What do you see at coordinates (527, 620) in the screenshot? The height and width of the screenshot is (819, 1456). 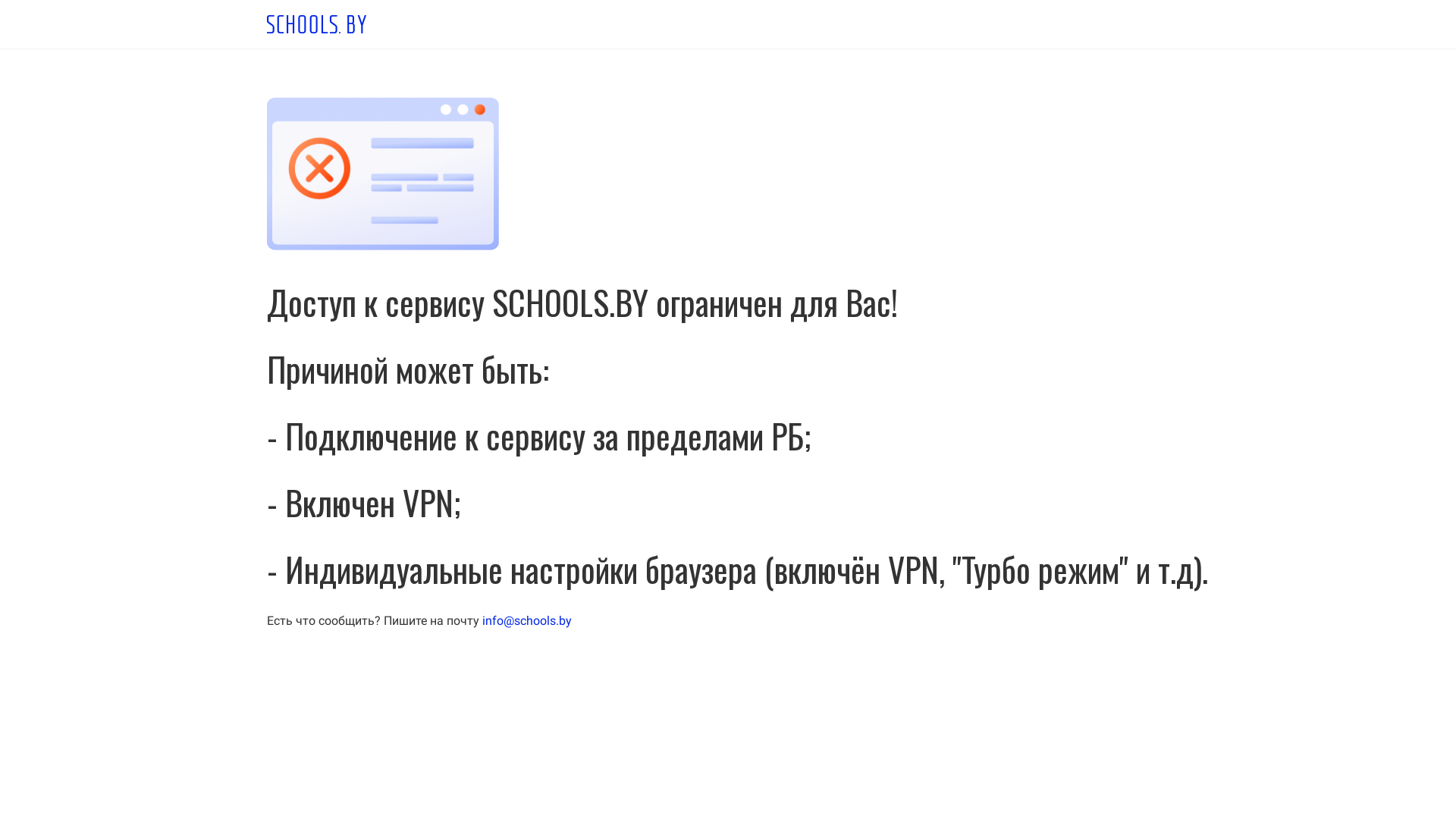 I see `'info@schools.by'` at bounding box center [527, 620].